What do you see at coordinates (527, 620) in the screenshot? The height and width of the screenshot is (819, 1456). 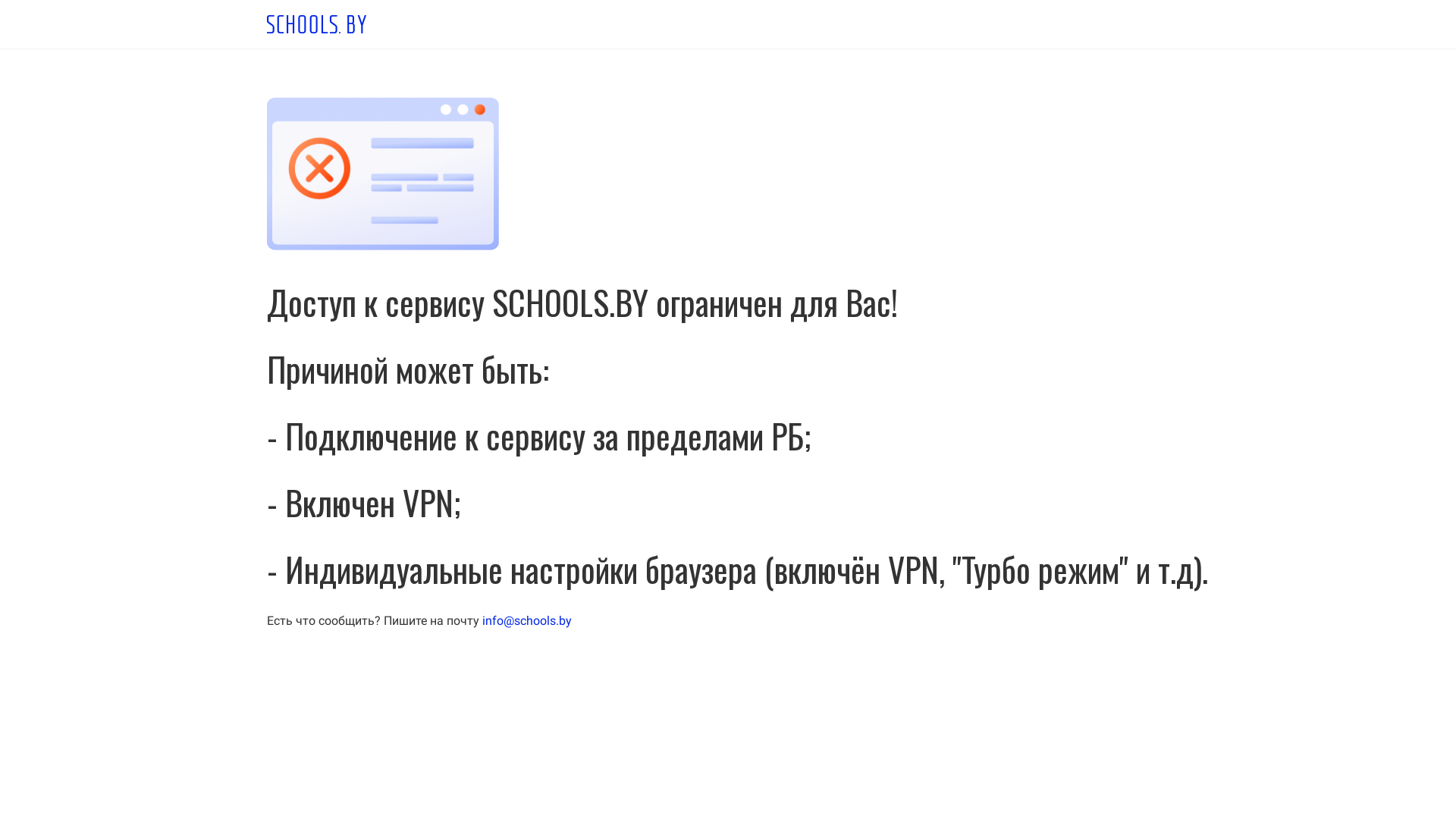 I see `'info@schools.by'` at bounding box center [527, 620].